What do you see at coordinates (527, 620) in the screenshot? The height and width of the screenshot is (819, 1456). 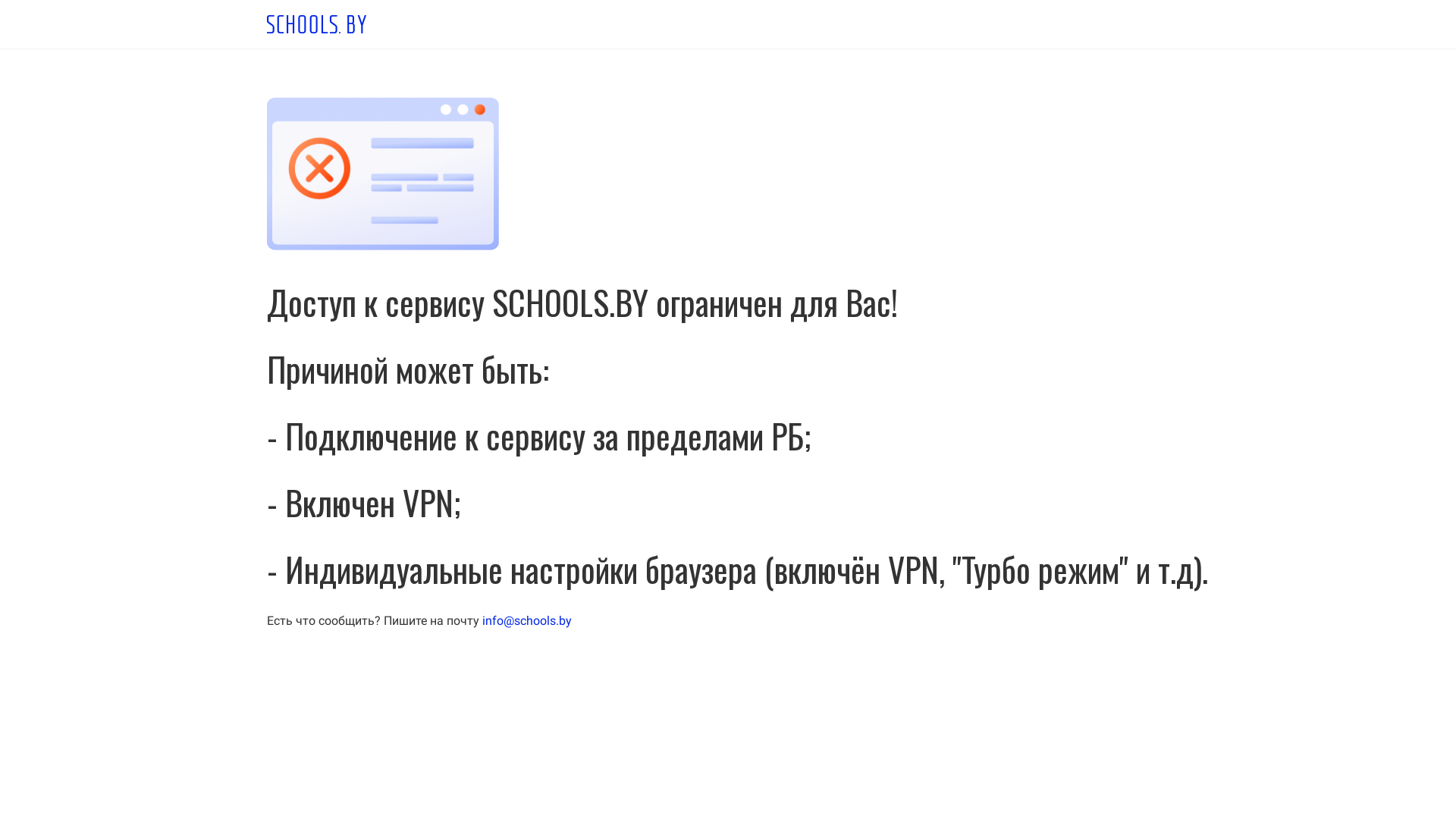 I see `'info@schools.by'` at bounding box center [527, 620].